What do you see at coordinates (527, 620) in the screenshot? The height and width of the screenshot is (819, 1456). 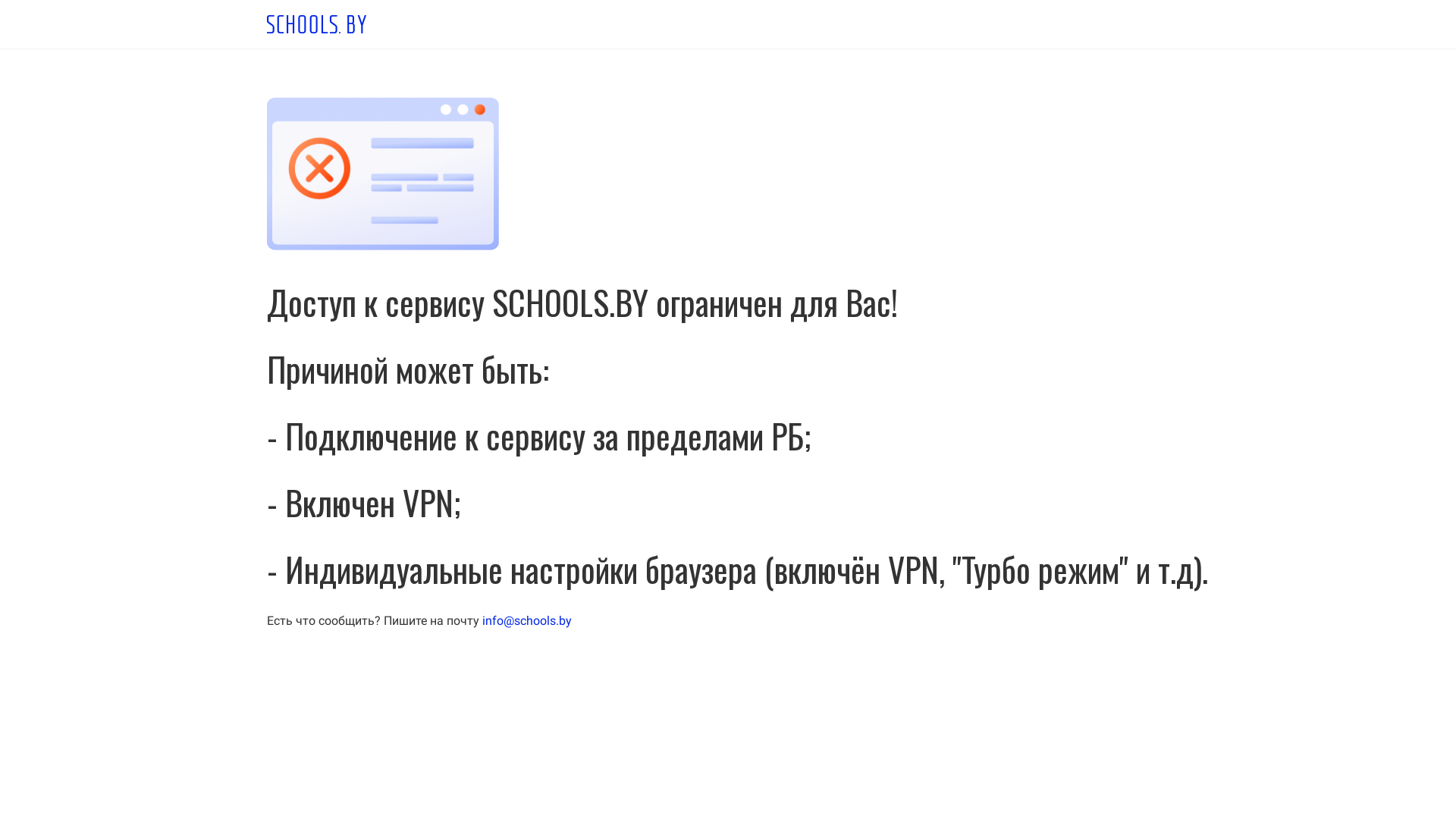 I see `'info@schools.by'` at bounding box center [527, 620].